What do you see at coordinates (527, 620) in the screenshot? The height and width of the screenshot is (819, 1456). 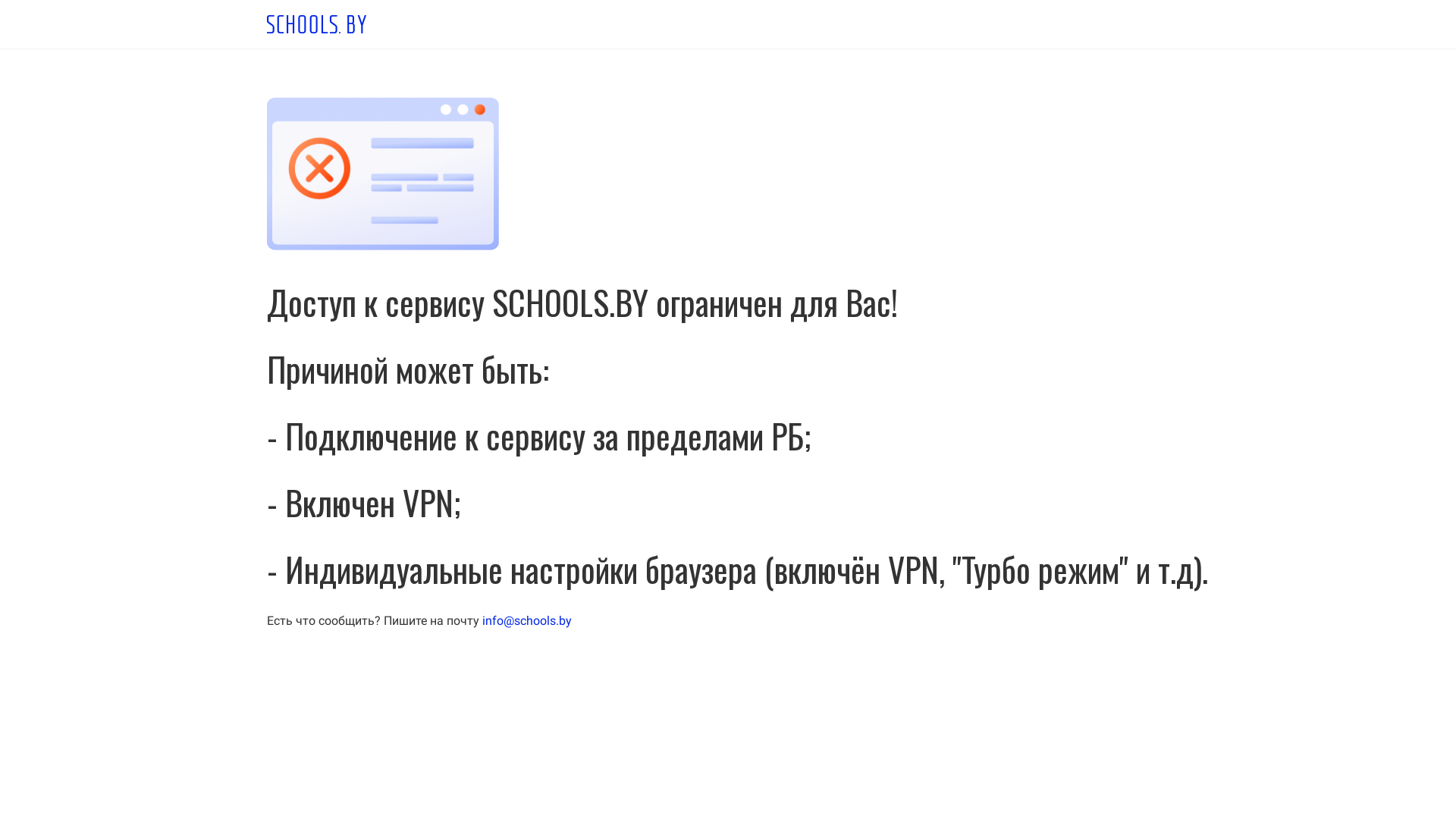 I see `'info@schools.by'` at bounding box center [527, 620].